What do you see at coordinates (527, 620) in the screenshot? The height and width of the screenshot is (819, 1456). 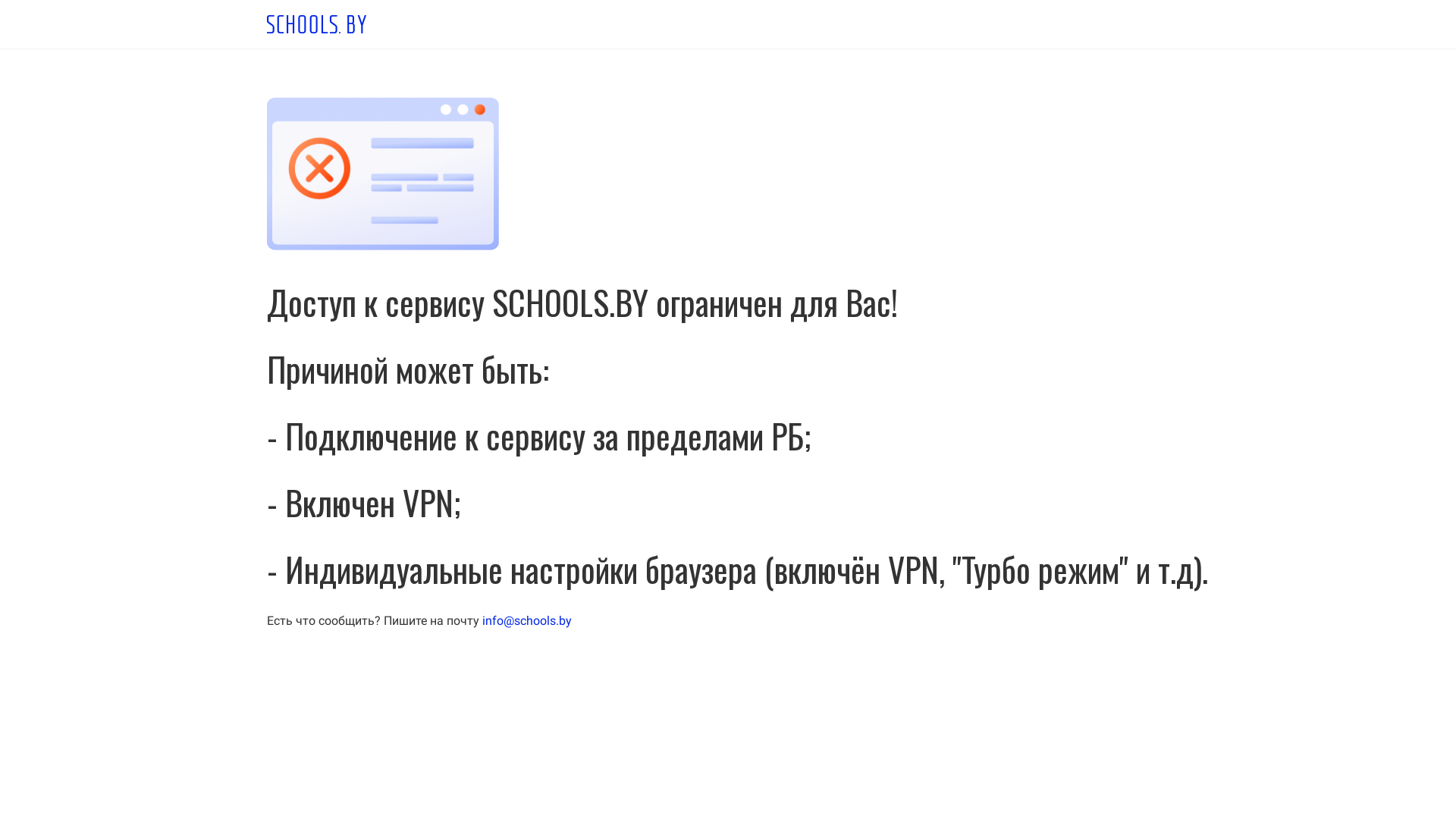 I see `'info@schools.by'` at bounding box center [527, 620].